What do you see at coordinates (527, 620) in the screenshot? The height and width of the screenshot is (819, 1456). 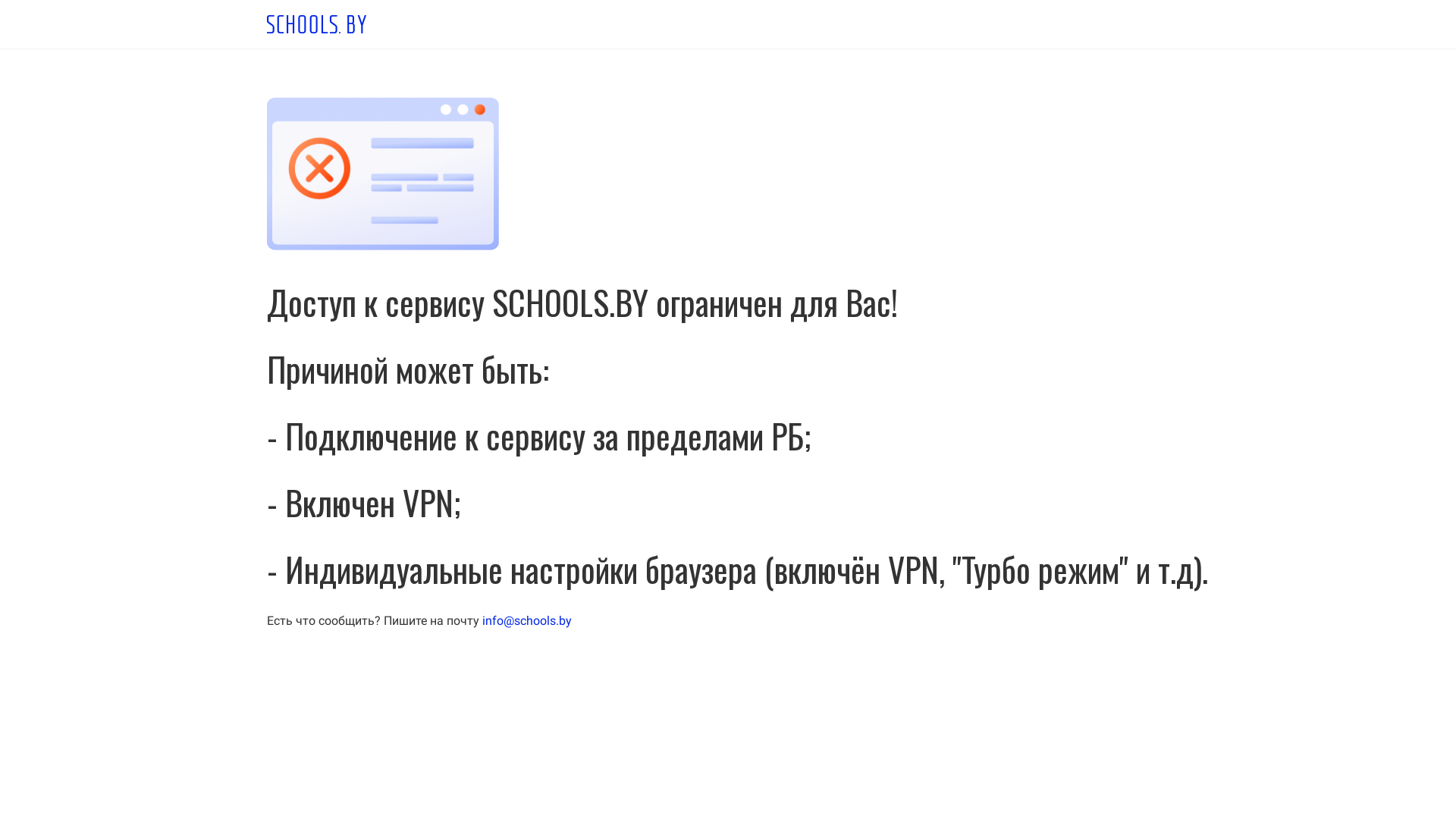 I see `'info@schools.by'` at bounding box center [527, 620].